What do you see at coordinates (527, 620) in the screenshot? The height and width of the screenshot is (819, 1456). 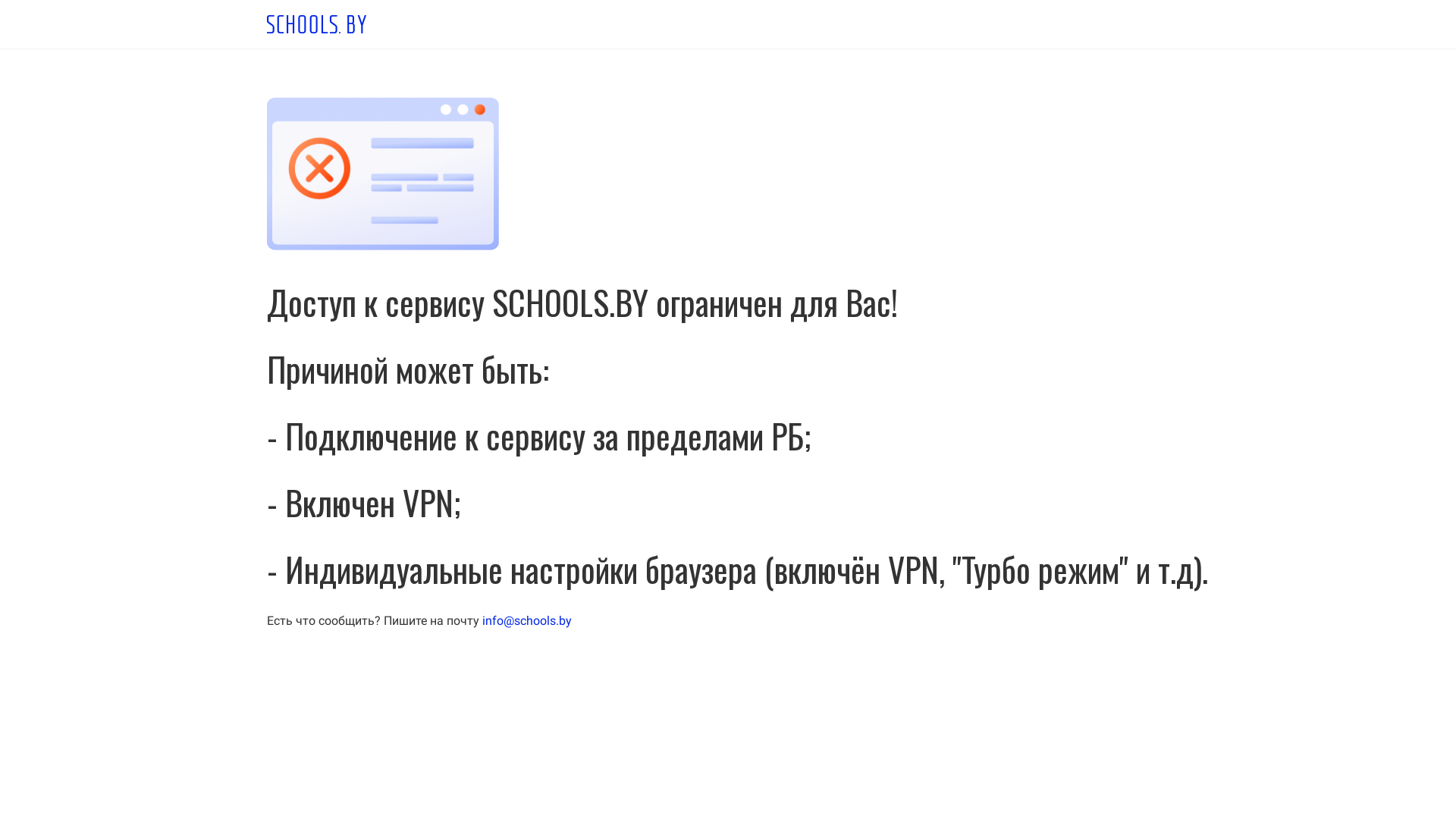 I see `'info@schools.by'` at bounding box center [527, 620].